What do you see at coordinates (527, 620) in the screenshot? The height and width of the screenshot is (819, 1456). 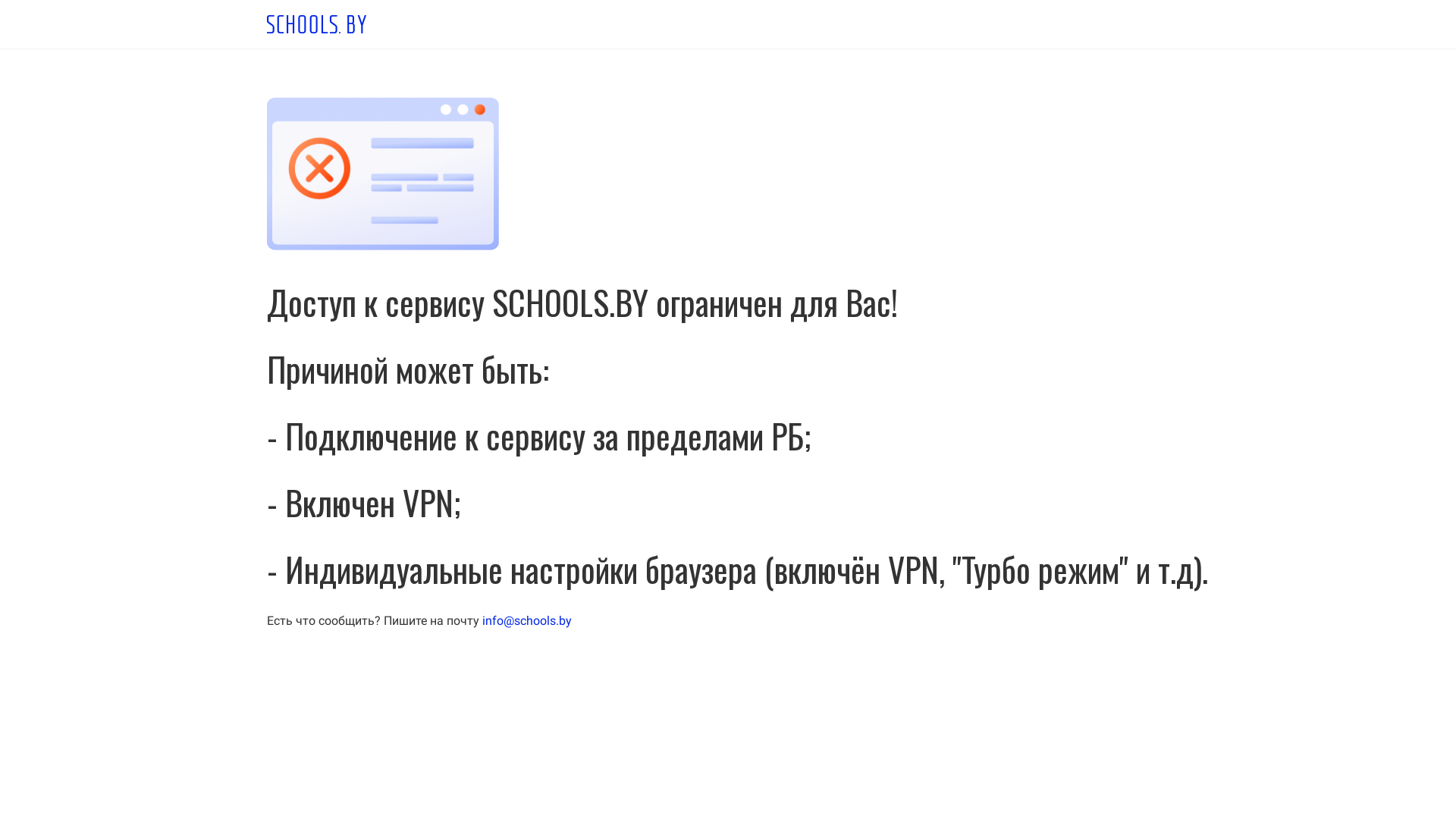 I see `'info@schools.by'` at bounding box center [527, 620].